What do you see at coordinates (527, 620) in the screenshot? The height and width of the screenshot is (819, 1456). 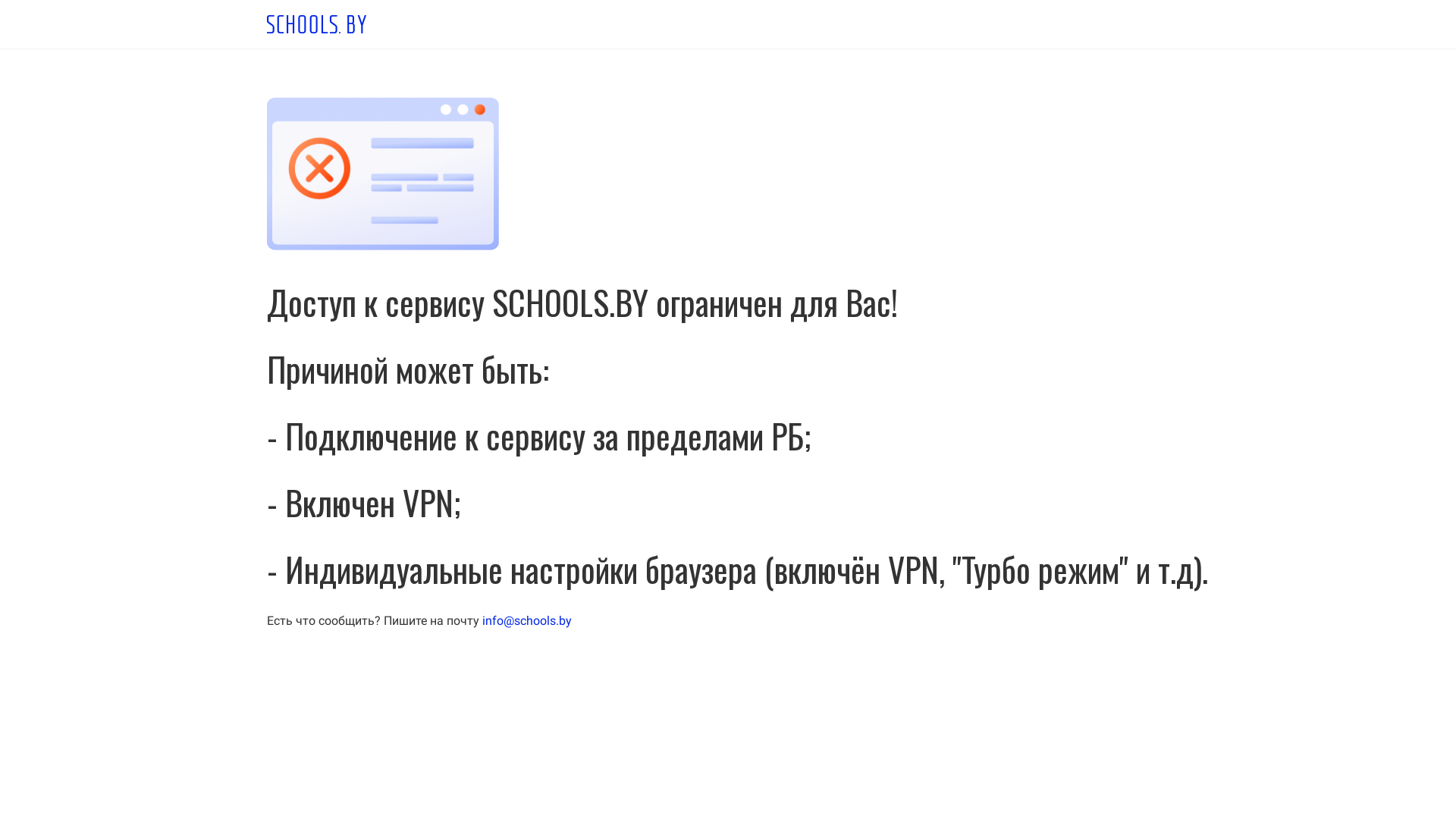 I see `'info@schools.by'` at bounding box center [527, 620].